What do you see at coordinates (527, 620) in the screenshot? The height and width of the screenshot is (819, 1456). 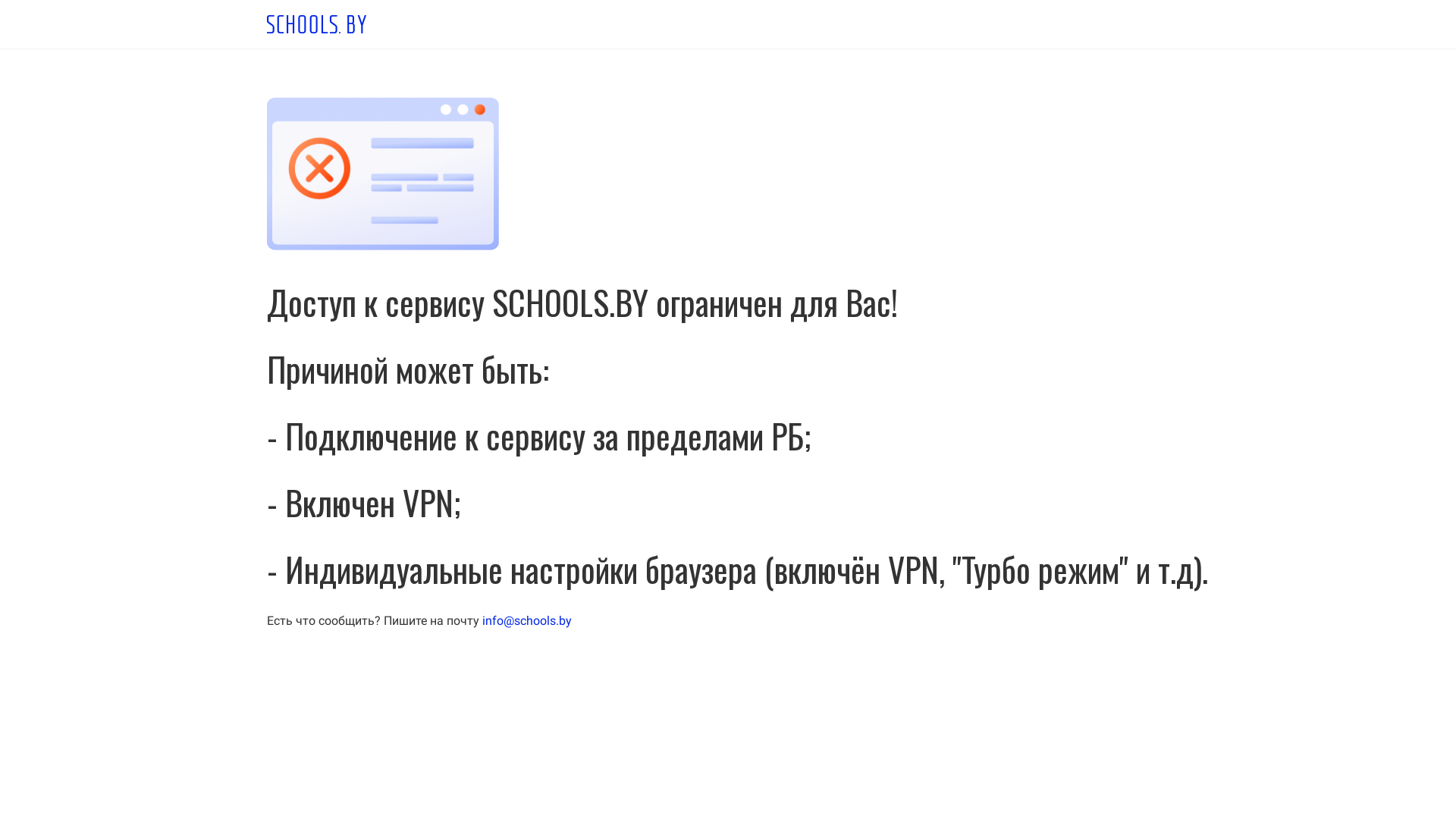 I see `'info@schools.by'` at bounding box center [527, 620].